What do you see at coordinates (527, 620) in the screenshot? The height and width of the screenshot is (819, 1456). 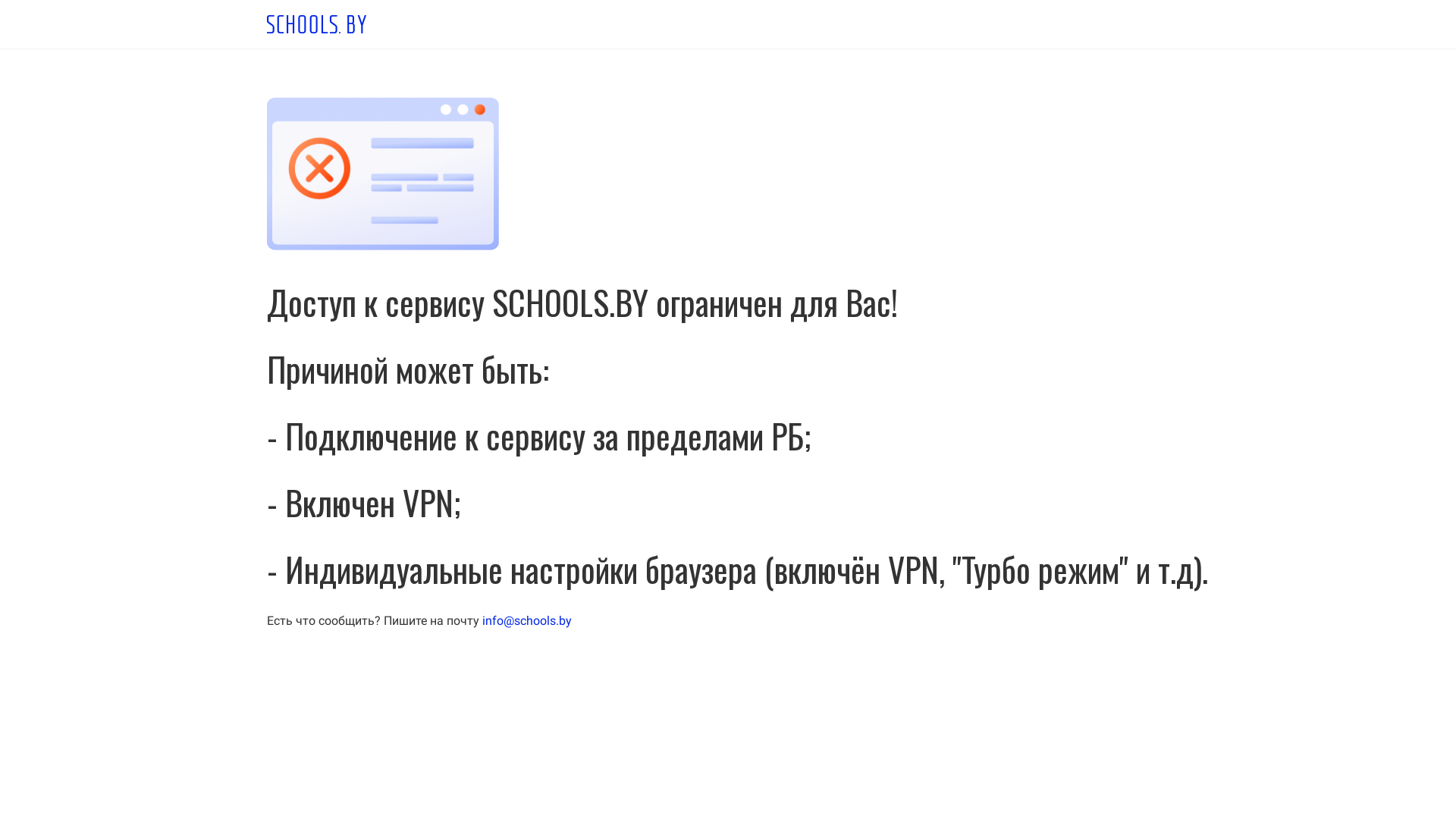 I see `'info@schools.by'` at bounding box center [527, 620].